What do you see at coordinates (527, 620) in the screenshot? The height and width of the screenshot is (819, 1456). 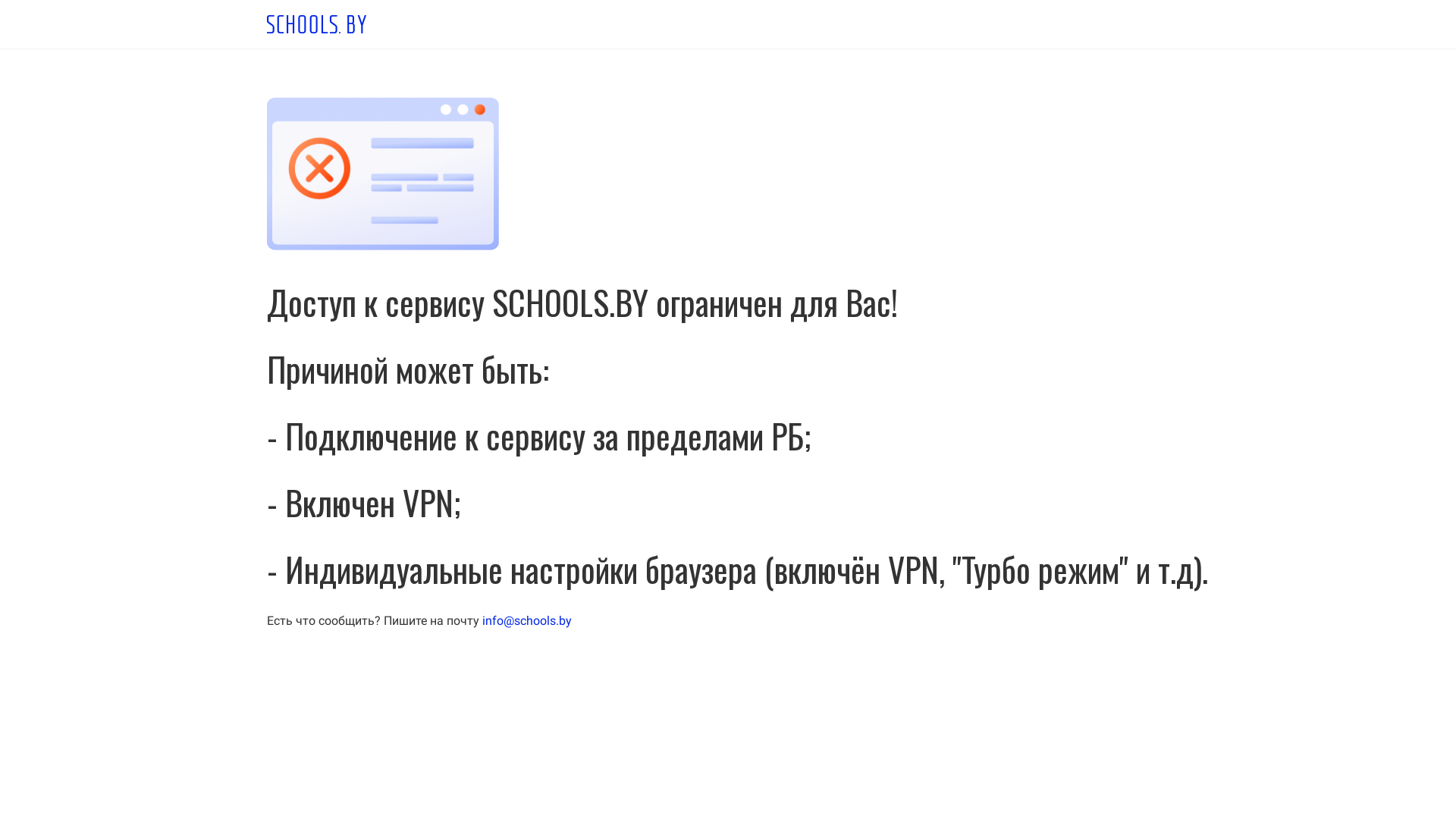 I see `'info@schools.by'` at bounding box center [527, 620].